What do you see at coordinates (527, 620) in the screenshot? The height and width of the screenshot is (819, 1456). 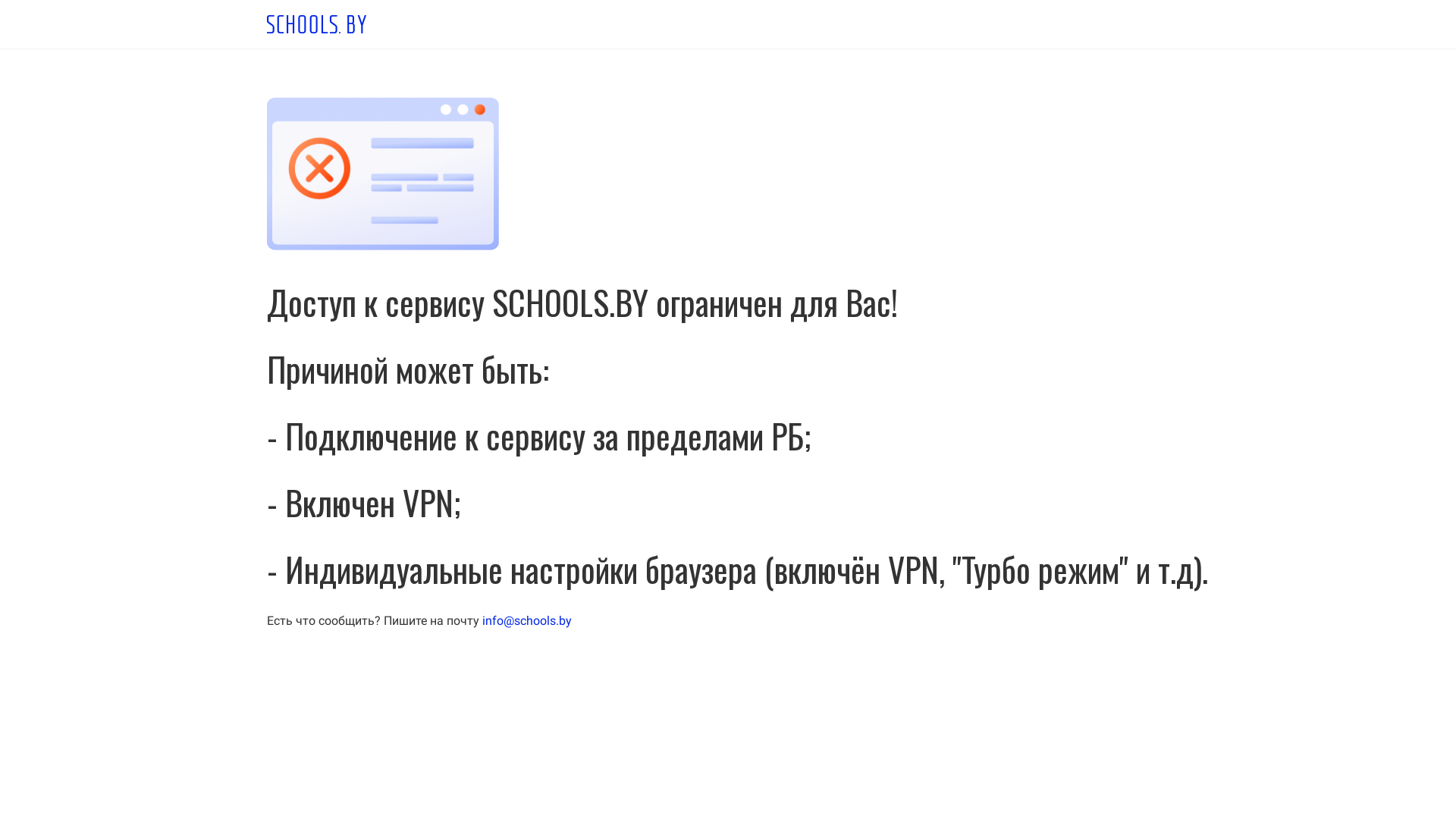 I see `'info@schools.by'` at bounding box center [527, 620].